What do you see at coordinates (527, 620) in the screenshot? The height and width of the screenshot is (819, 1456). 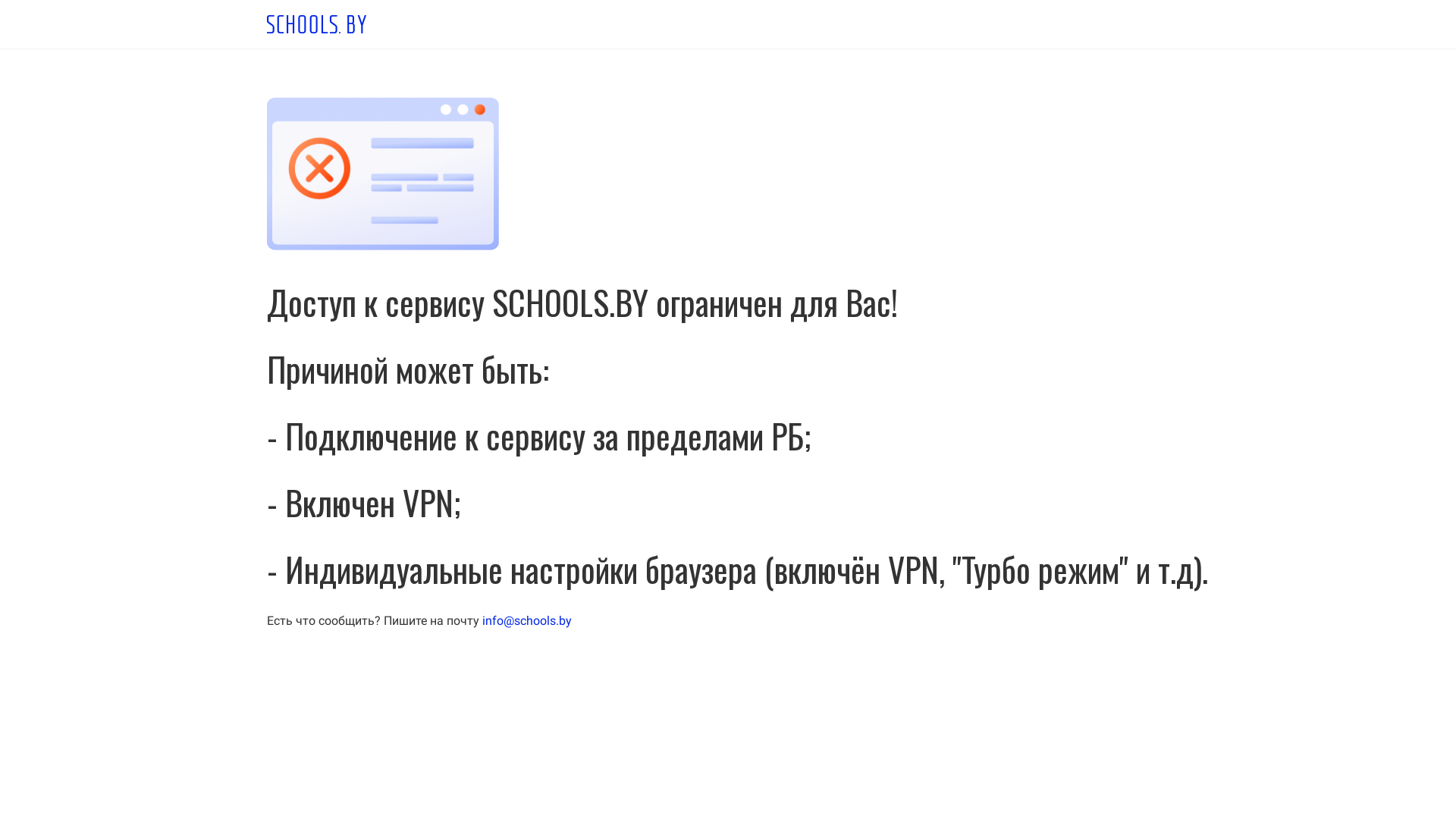 I see `'info@schools.by'` at bounding box center [527, 620].